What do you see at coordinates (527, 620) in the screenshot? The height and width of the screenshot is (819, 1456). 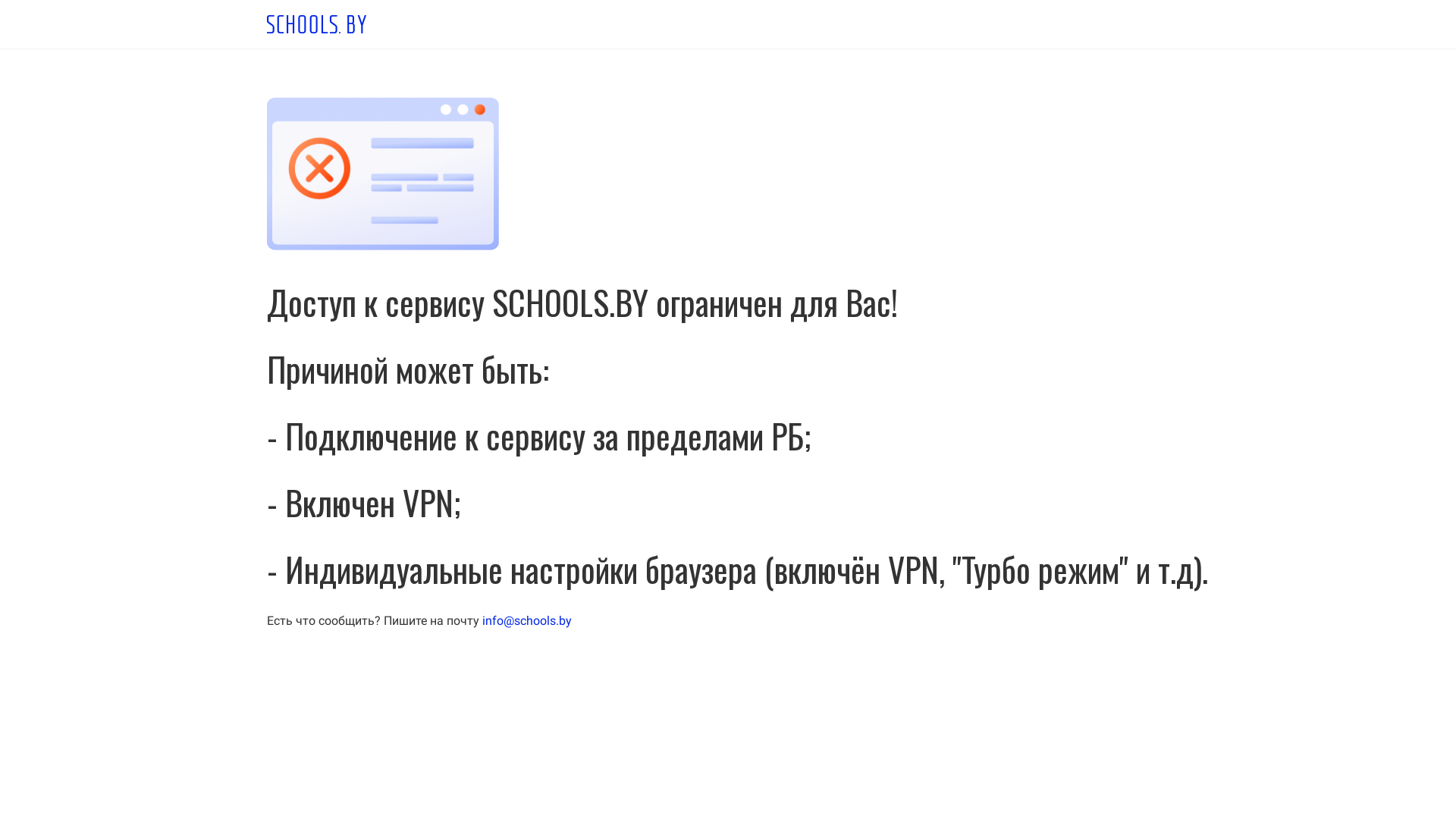 I see `'info@schools.by'` at bounding box center [527, 620].